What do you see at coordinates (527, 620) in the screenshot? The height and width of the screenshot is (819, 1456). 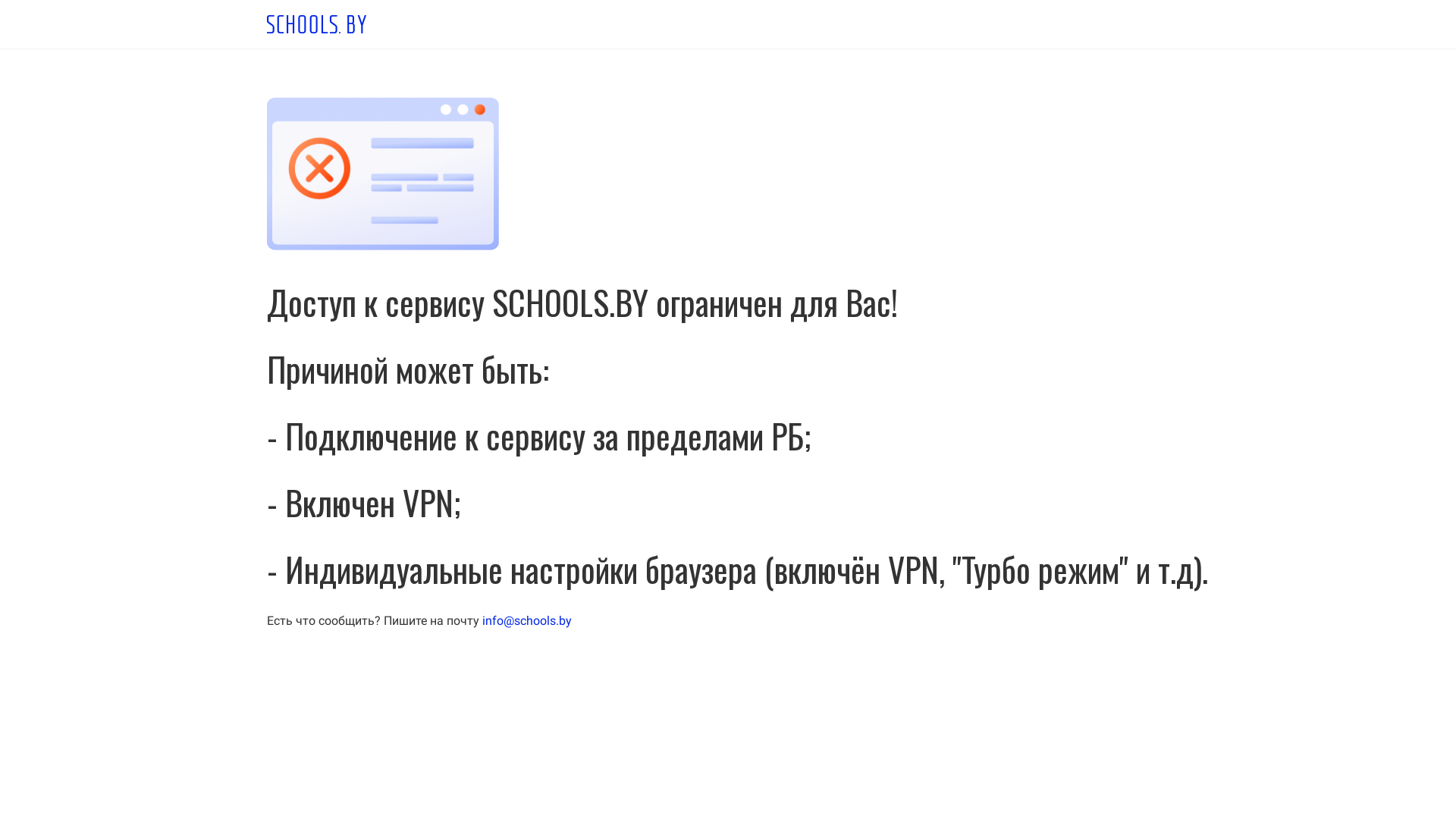 I see `'info@schools.by'` at bounding box center [527, 620].